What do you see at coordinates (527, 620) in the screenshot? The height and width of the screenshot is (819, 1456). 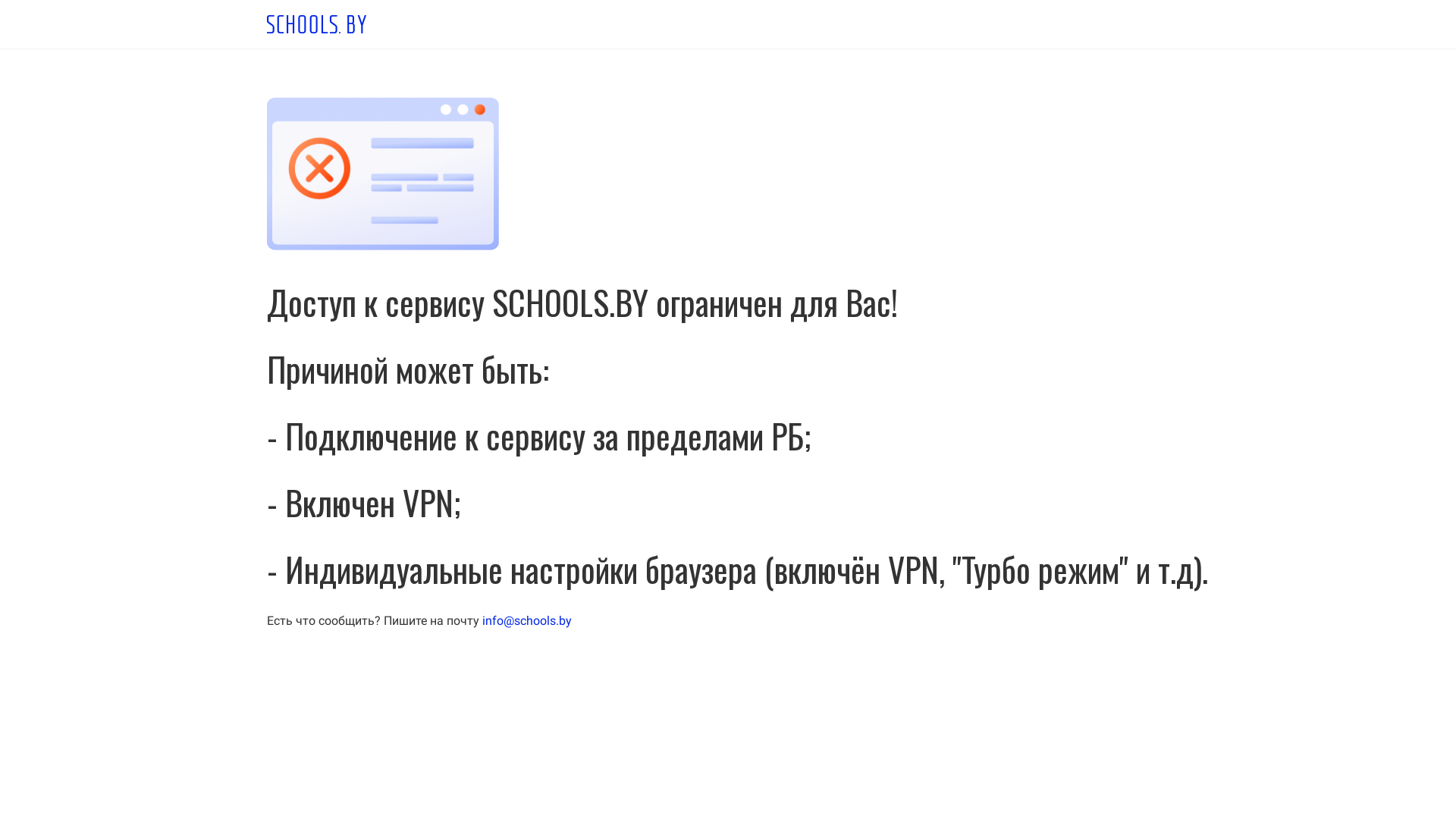 I see `'info@schools.by'` at bounding box center [527, 620].